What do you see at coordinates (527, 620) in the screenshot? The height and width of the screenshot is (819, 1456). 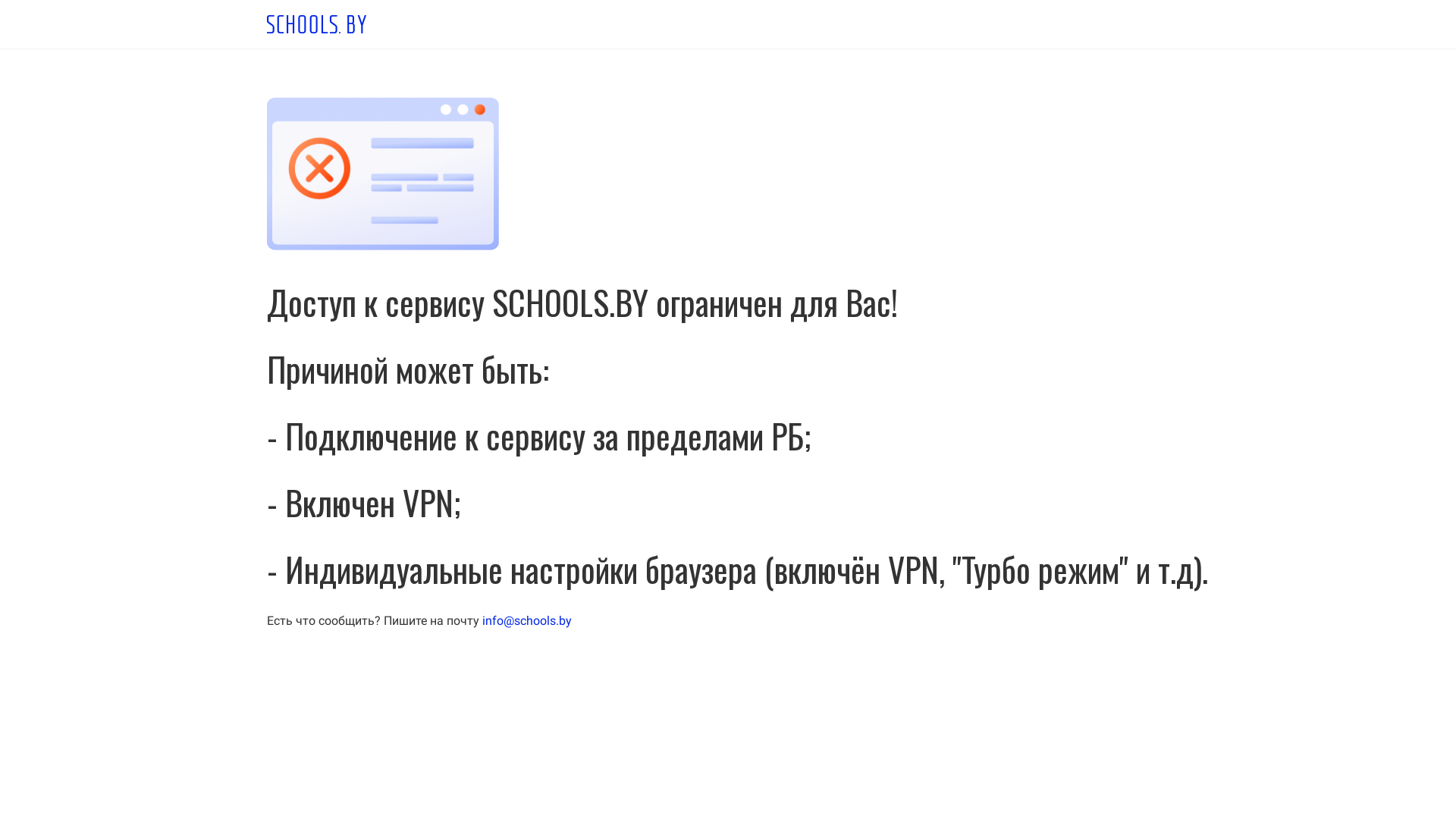 I see `'info@schools.by'` at bounding box center [527, 620].